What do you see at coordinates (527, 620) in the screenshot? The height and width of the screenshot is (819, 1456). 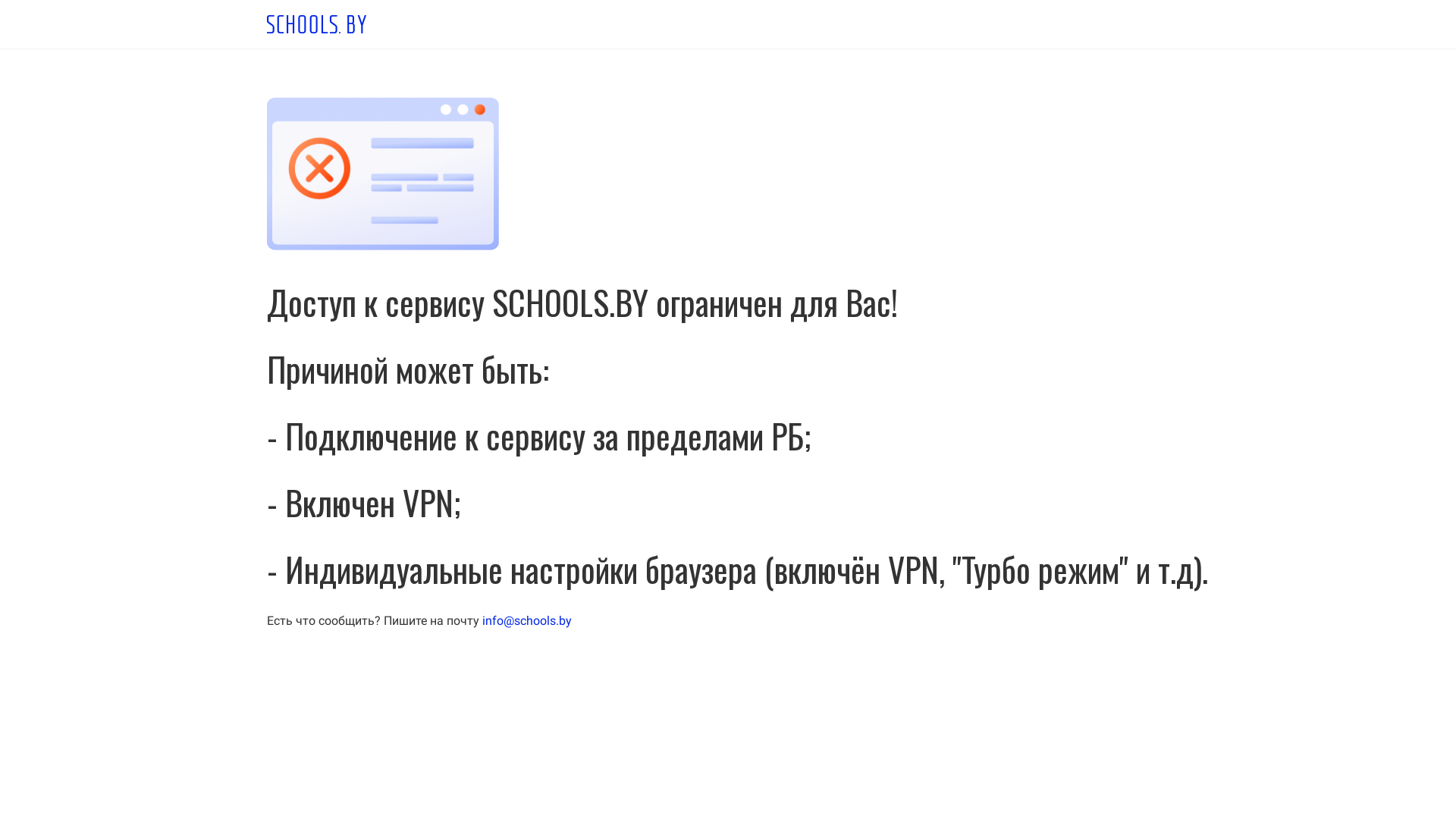 I see `'info@schools.by'` at bounding box center [527, 620].